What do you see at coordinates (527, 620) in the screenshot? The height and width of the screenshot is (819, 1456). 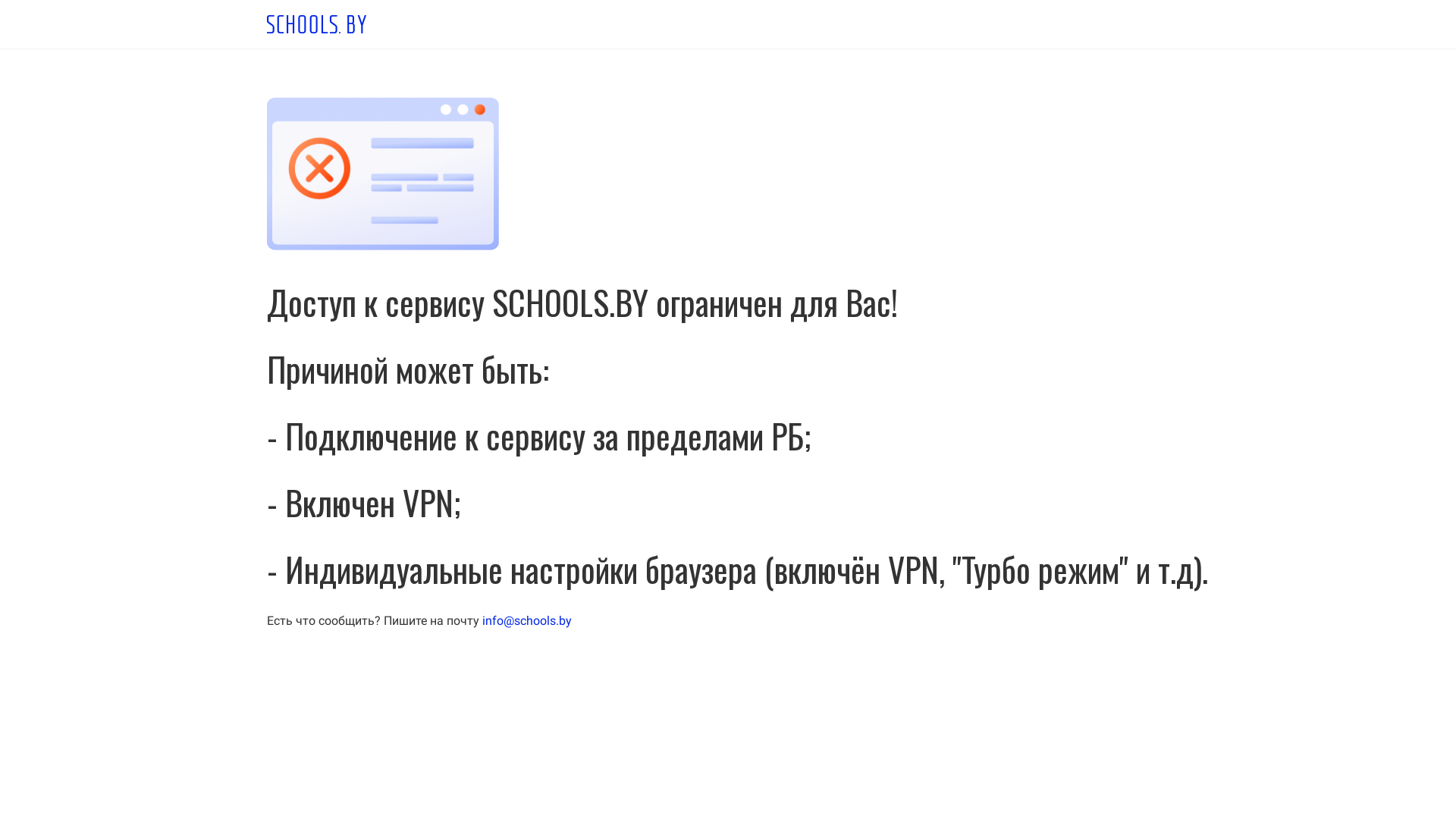 I see `'info@schools.by'` at bounding box center [527, 620].